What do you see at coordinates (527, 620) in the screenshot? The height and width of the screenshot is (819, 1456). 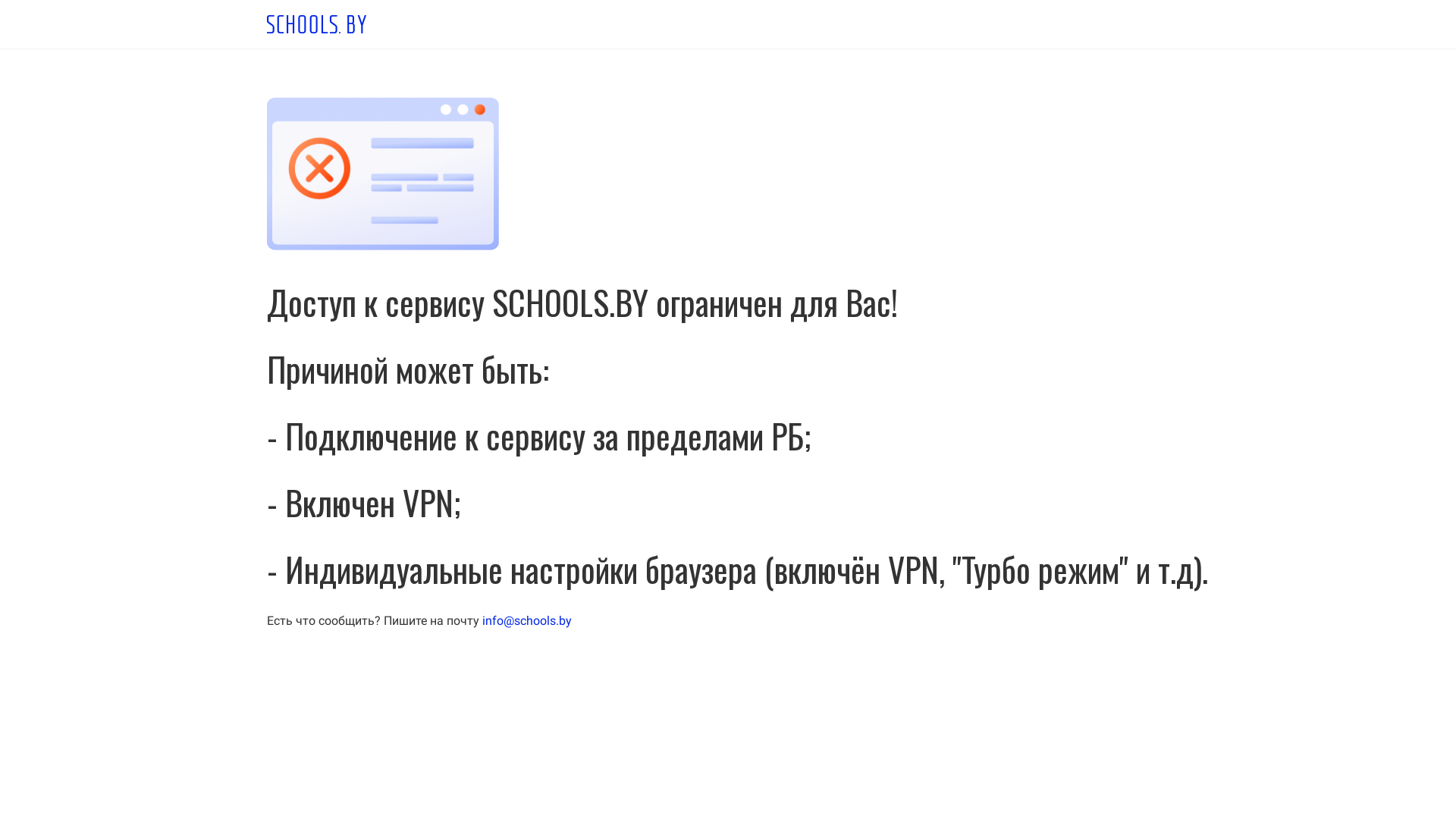 I see `'info@schools.by'` at bounding box center [527, 620].